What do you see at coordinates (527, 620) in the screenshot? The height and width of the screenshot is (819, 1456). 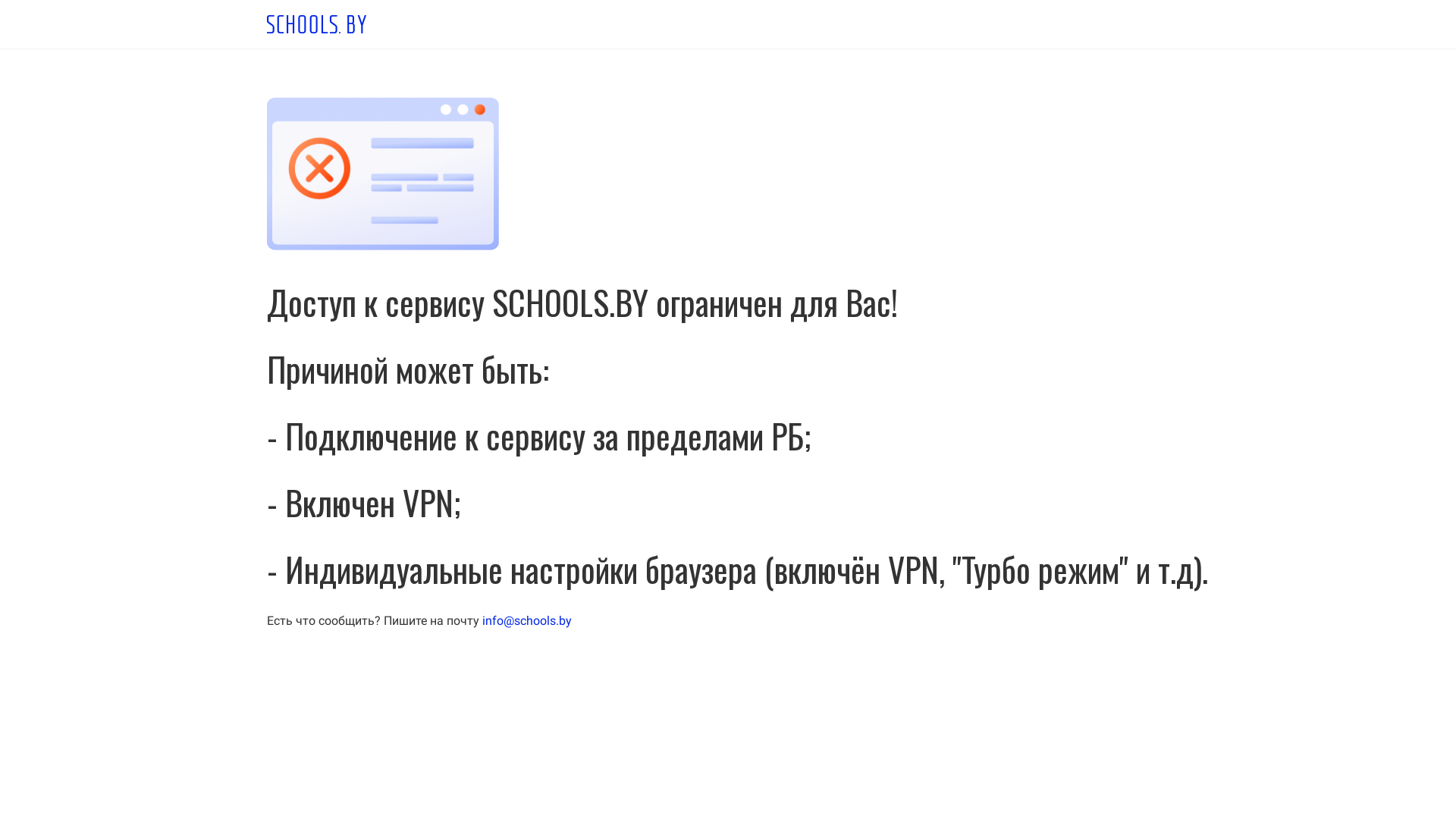 I see `'info@schools.by'` at bounding box center [527, 620].